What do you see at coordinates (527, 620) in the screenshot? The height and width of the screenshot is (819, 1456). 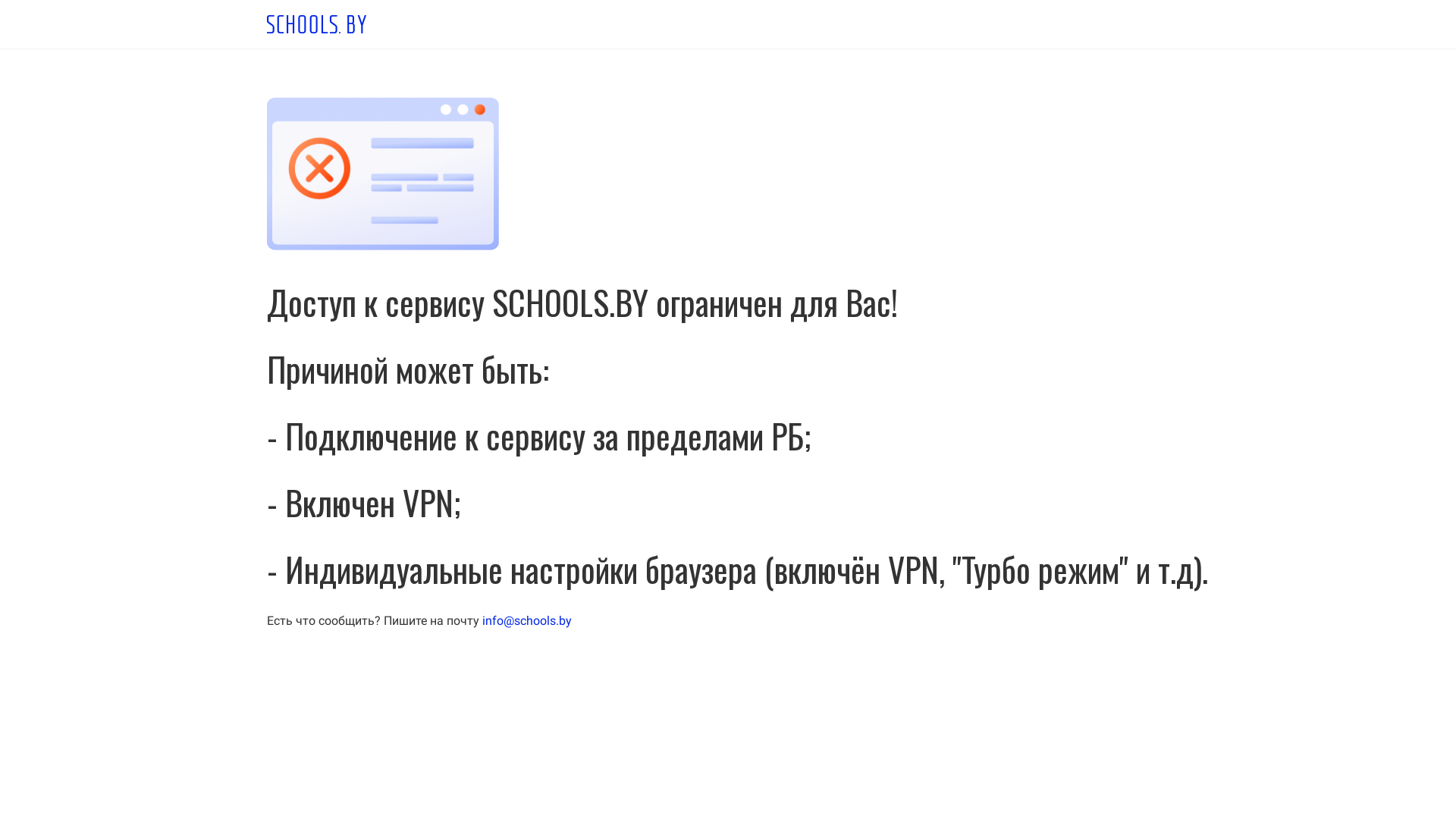 I see `'info@schools.by'` at bounding box center [527, 620].